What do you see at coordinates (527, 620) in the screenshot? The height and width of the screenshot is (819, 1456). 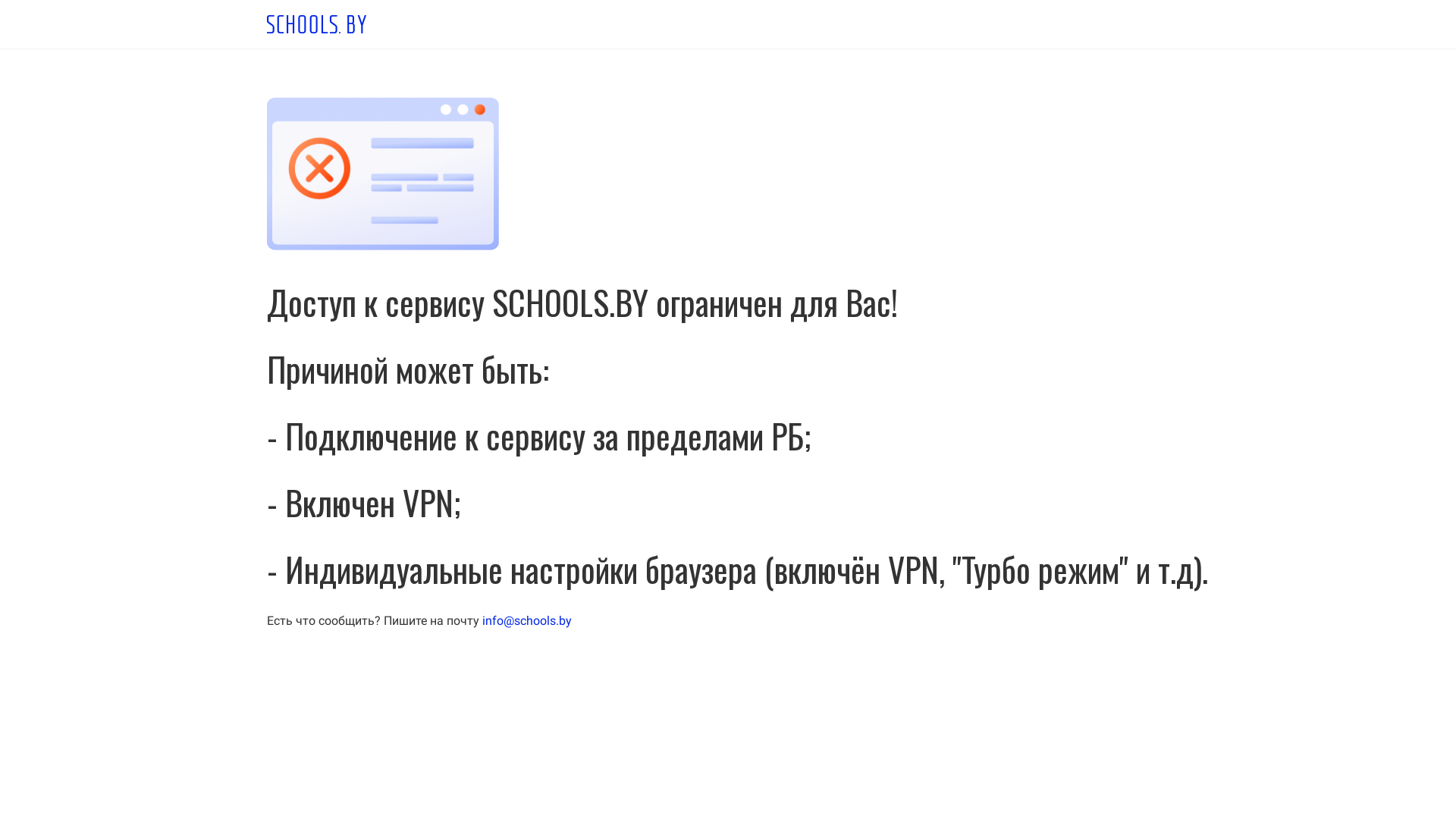 I see `'info@schools.by'` at bounding box center [527, 620].